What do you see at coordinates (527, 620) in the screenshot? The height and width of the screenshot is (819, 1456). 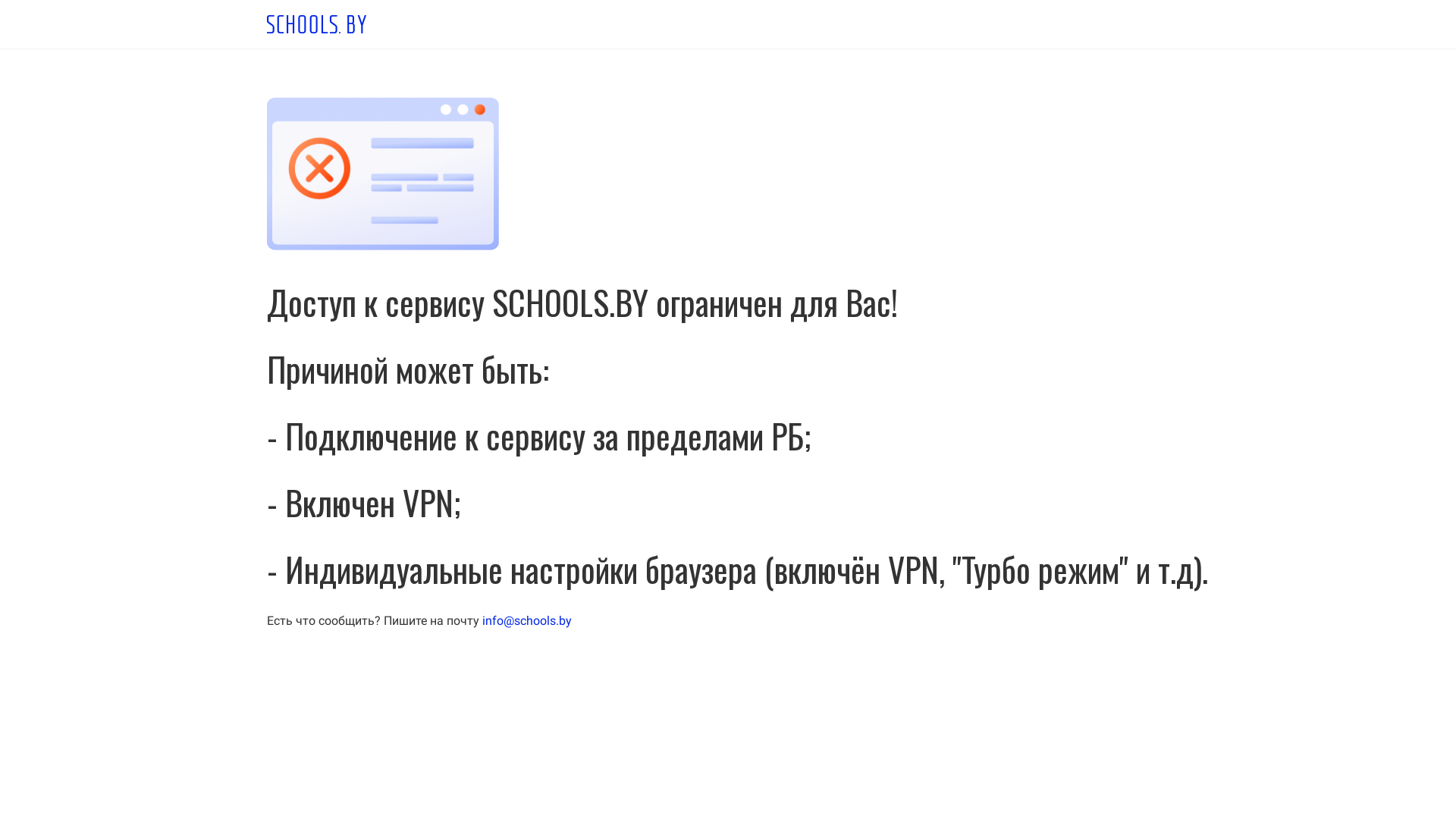 I see `'info@schools.by'` at bounding box center [527, 620].